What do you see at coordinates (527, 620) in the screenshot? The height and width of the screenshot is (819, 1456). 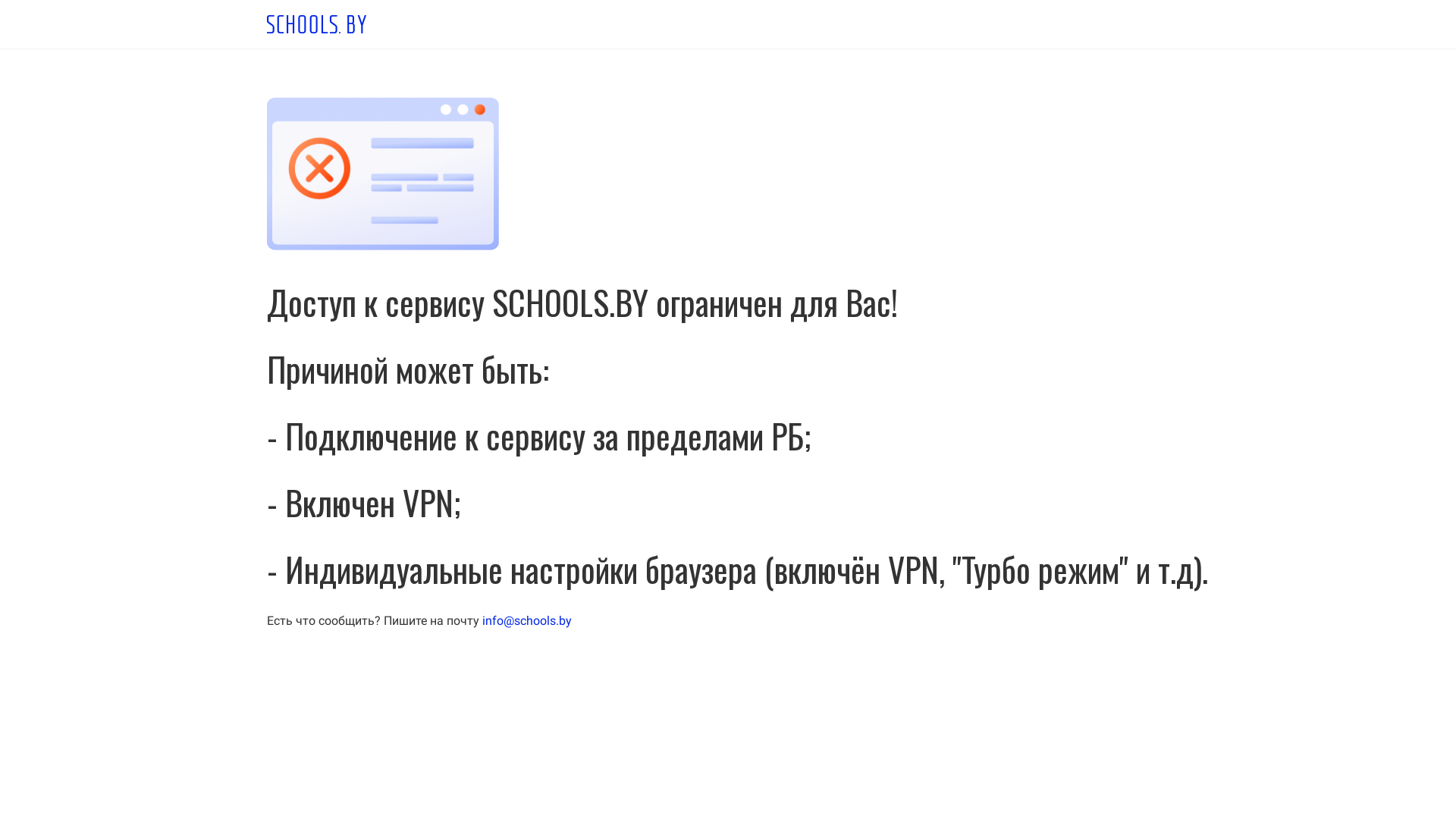 I see `'info@schools.by'` at bounding box center [527, 620].